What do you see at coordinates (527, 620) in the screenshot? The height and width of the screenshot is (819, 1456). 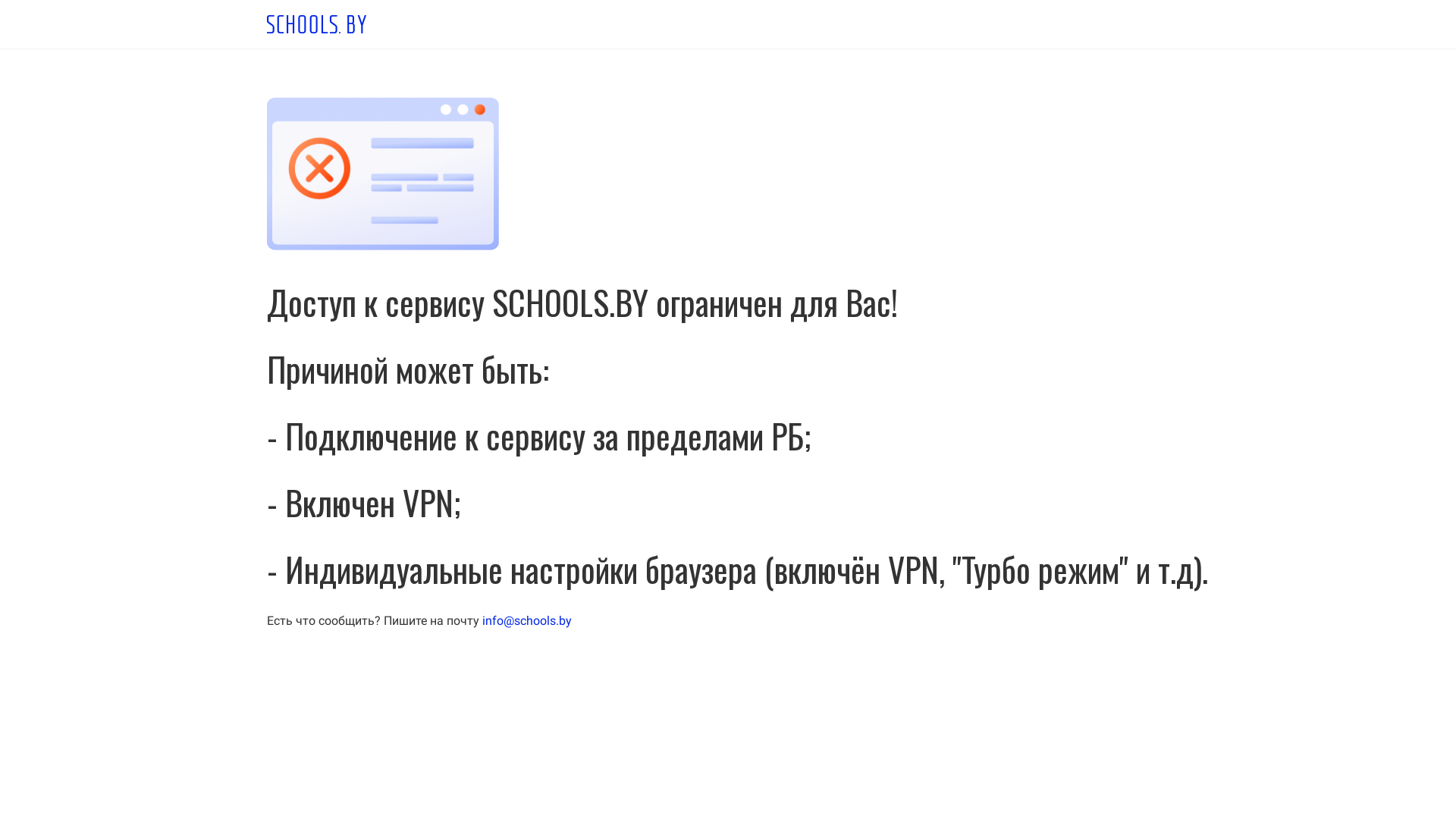 I see `'info@schools.by'` at bounding box center [527, 620].